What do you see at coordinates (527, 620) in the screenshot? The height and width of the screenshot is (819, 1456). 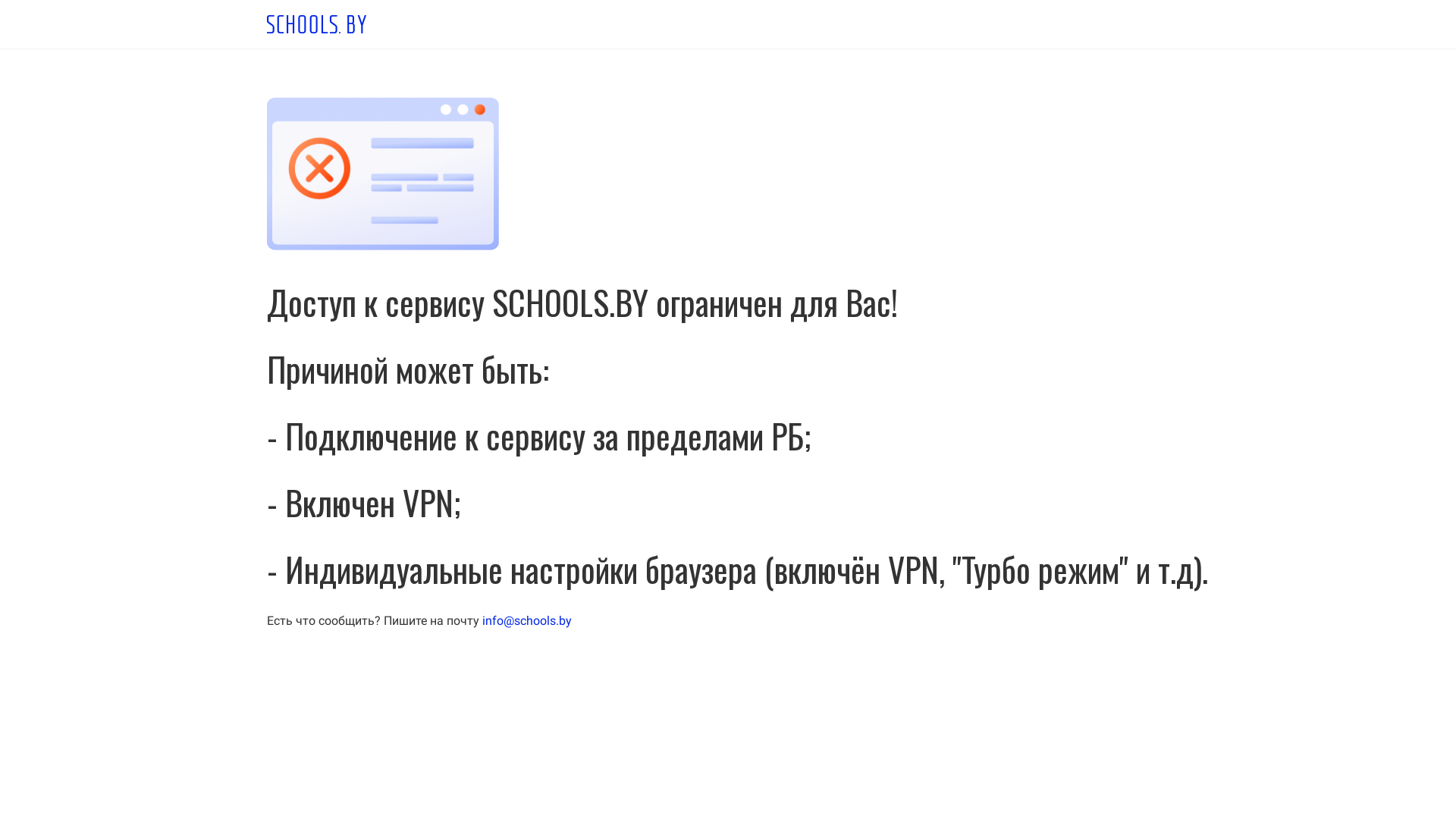 I see `'info@schools.by'` at bounding box center [527, 620].